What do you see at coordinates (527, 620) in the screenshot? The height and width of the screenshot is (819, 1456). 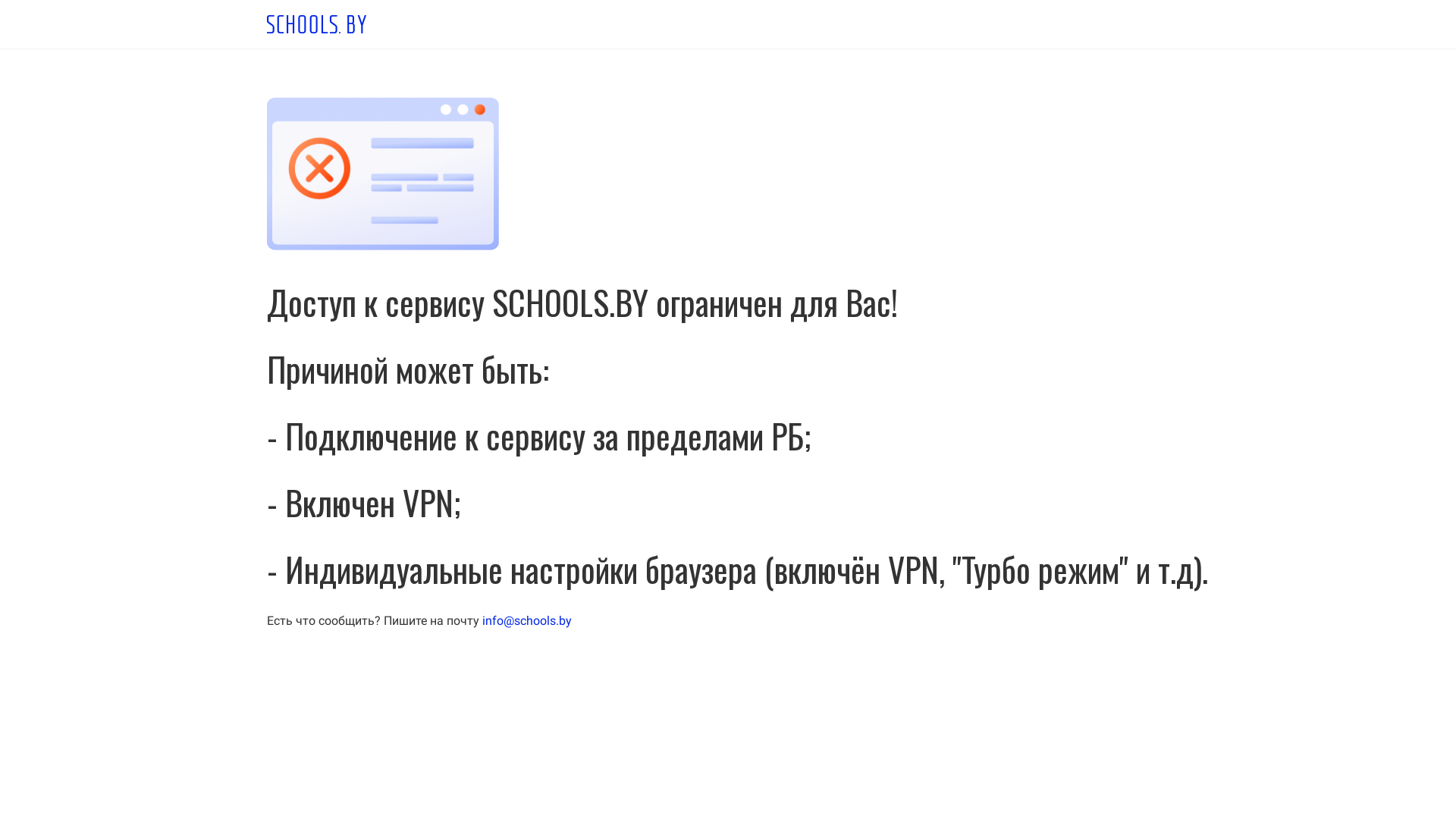 I see `'info@schools.by'` at bounding box center [527, 620].